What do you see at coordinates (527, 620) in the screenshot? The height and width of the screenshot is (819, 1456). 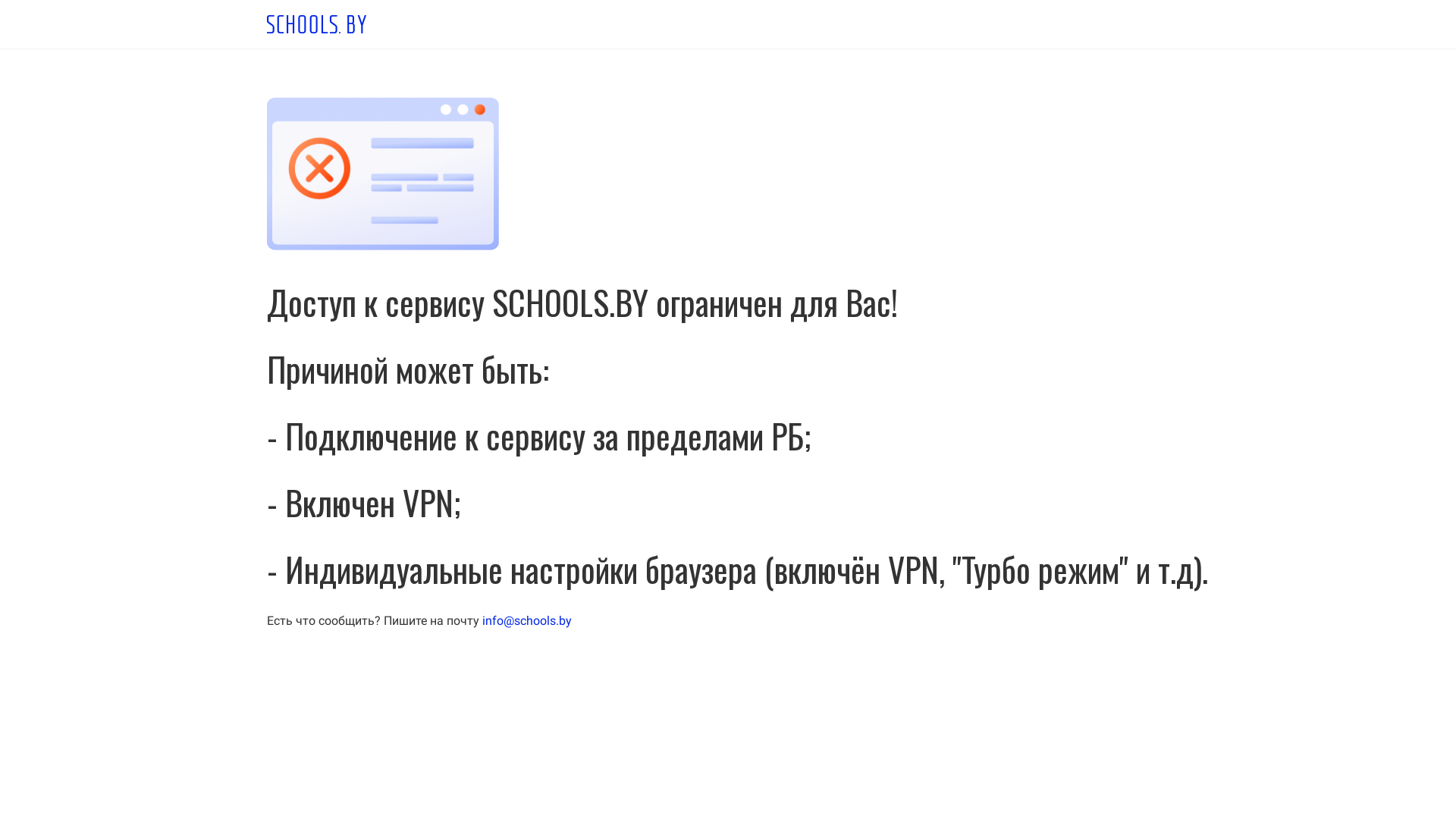 I see `'info@schools.by'` at bounding box center [527, 620].